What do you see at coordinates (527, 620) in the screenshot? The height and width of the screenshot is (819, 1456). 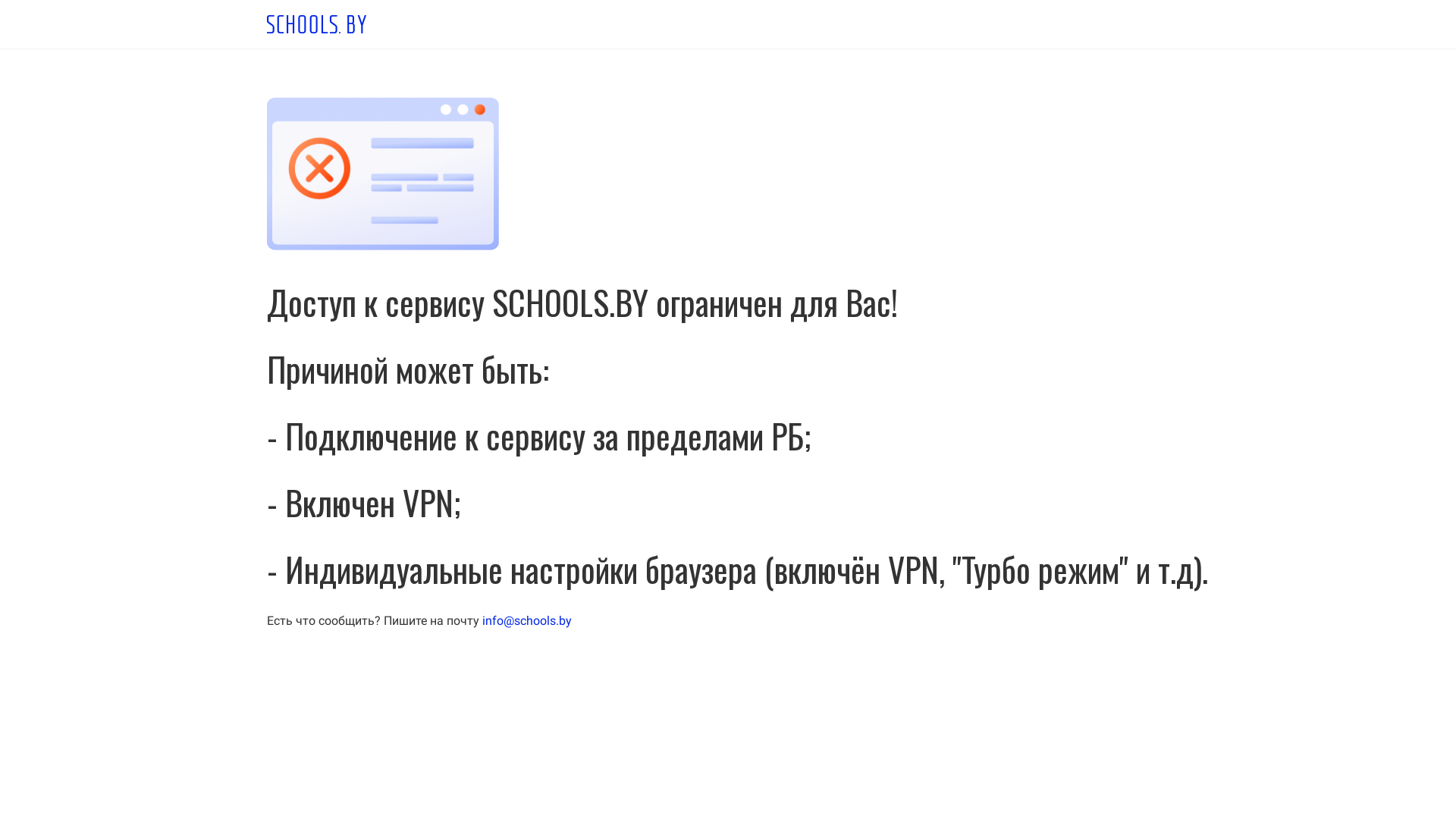 I see `'info@schools.by'` at bounding box center [527, 620].